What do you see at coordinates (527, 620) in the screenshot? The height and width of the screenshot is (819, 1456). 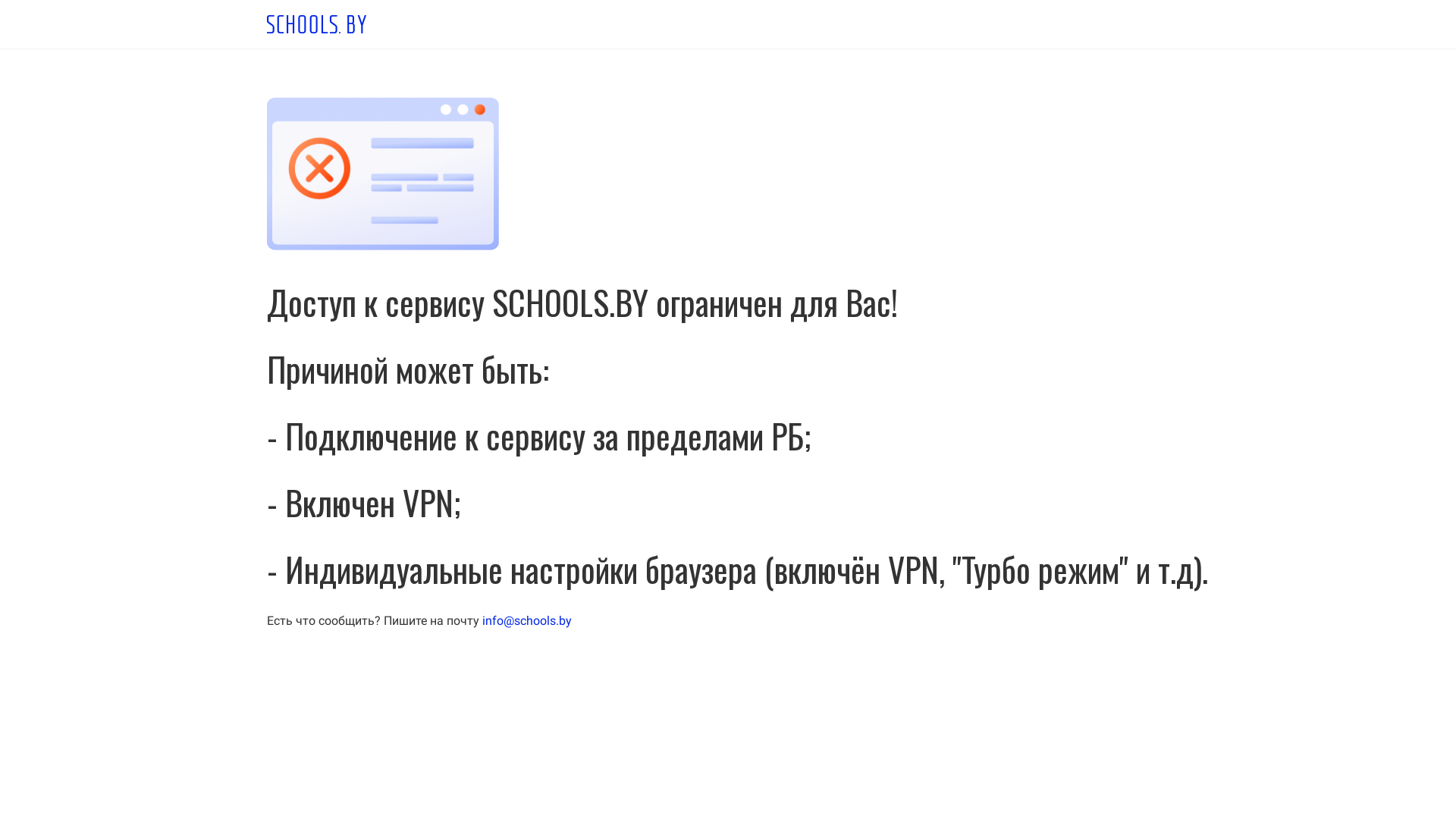 I see `'info@schools.by'` at bounding box center [527, 620].